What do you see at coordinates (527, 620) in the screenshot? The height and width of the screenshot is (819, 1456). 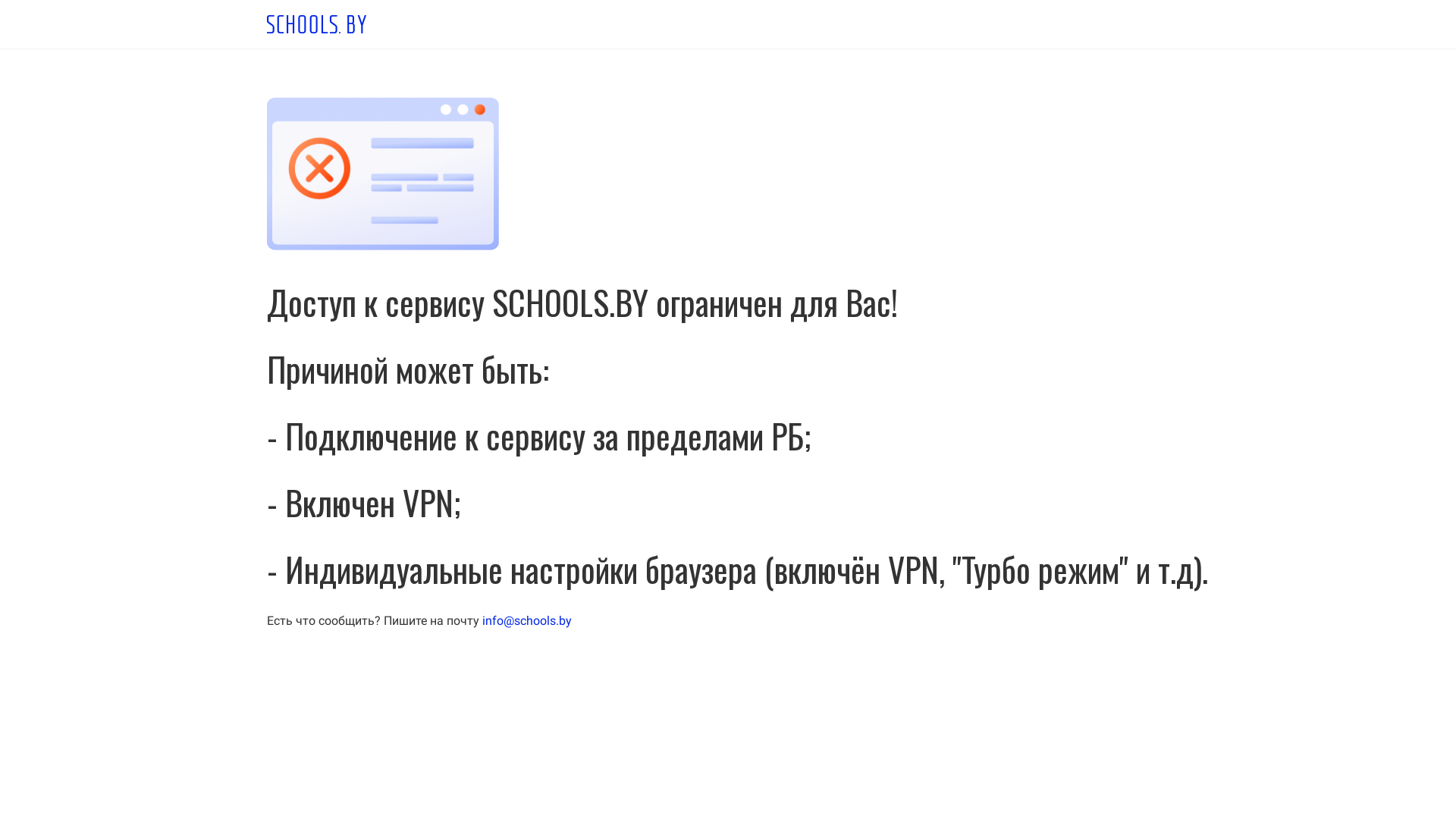 I see `'info@schools.by'` at bounding box center [527, 620].